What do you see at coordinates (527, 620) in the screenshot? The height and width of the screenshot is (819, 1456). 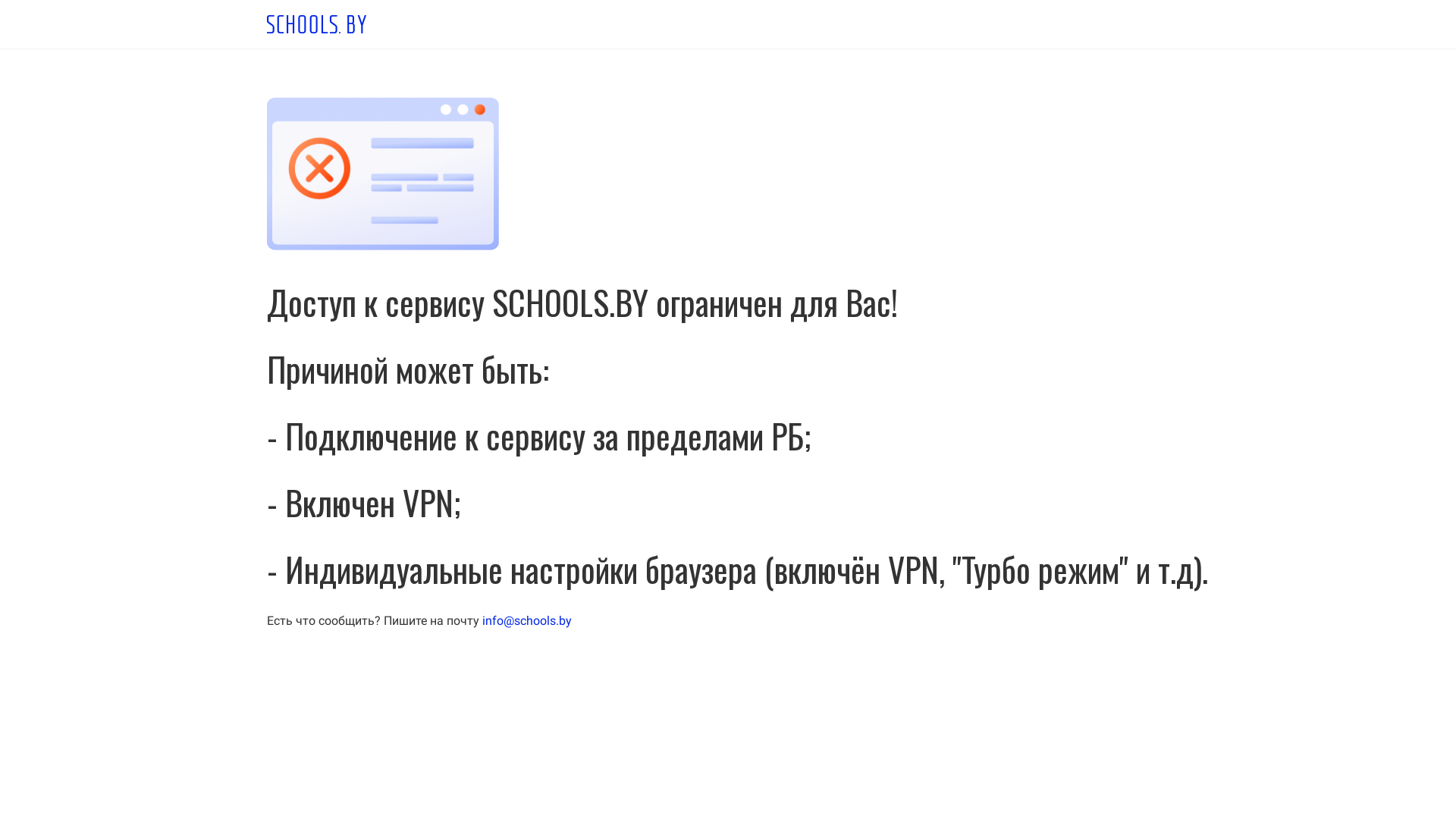 I see `'info@schools.by'` at bounding box center [527, 620].